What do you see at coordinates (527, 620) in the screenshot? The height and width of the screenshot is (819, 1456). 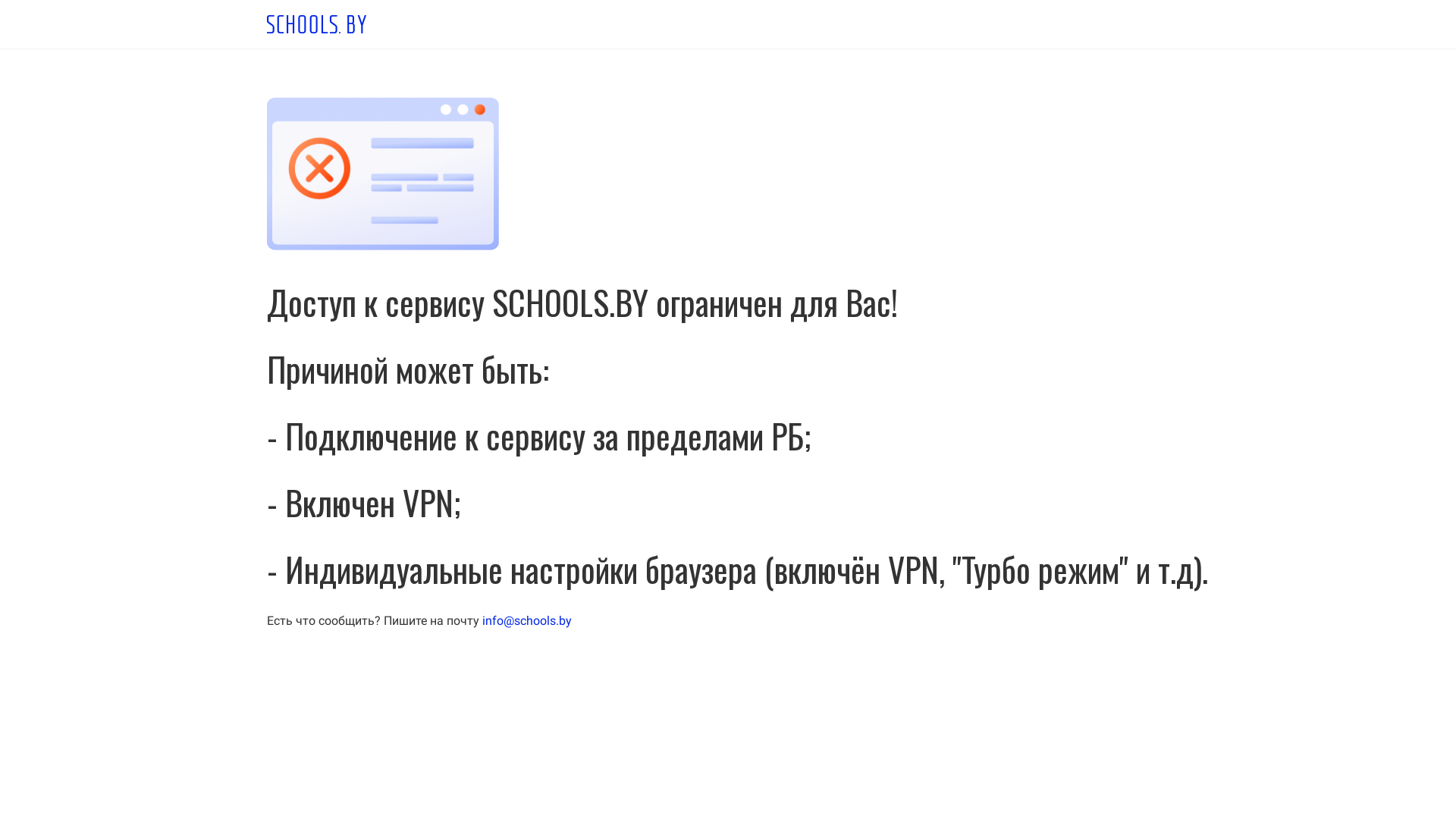 I see `'info@schools.by'` at bounding box center [527, 620].